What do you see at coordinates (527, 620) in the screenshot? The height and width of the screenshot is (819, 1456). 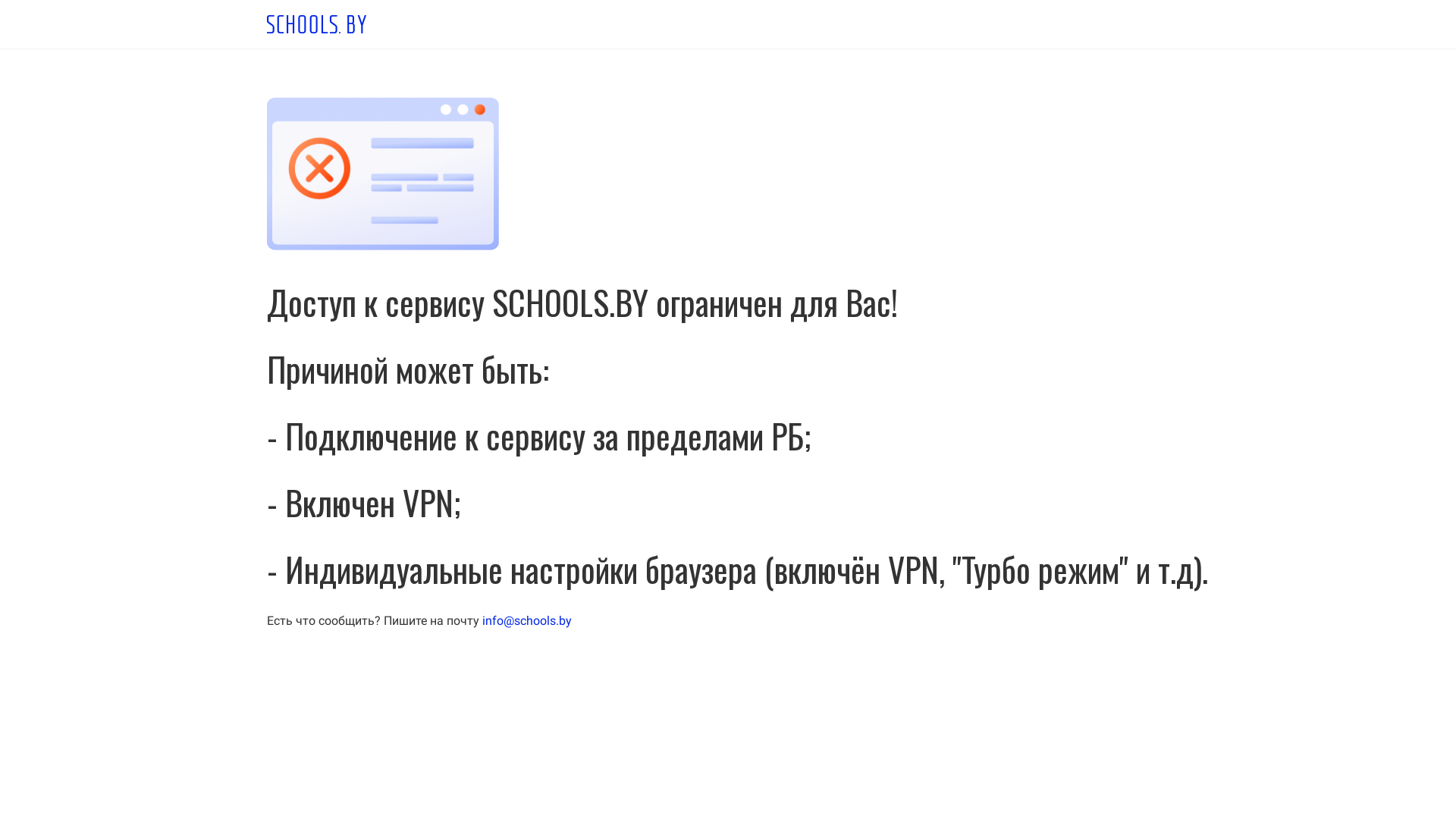 I see `'info@schools.by'` at bounding box center [527, 620].